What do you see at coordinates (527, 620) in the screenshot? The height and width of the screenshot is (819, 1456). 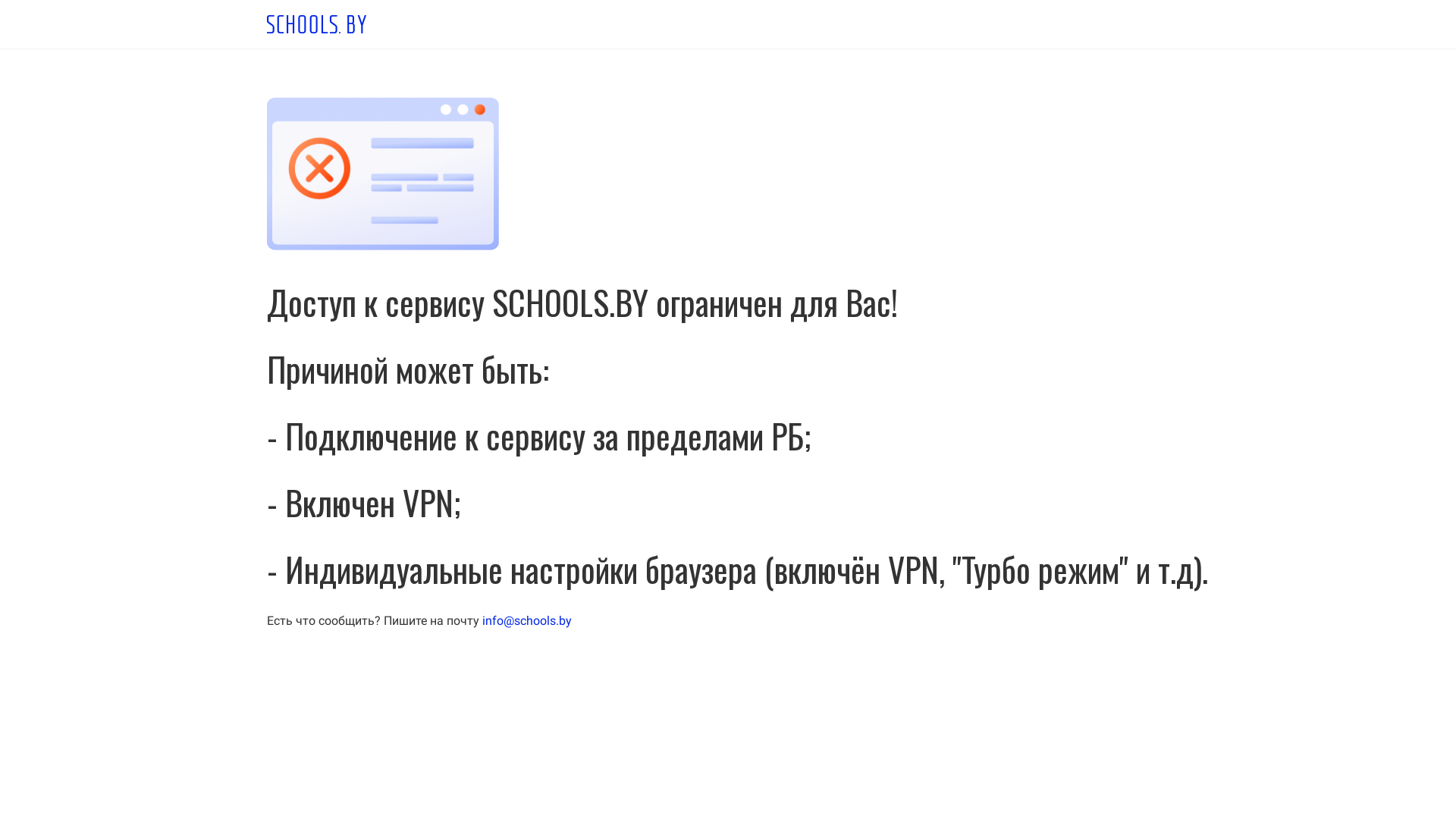 I see `'info@schools.by'` at bounding box center [527, 620].